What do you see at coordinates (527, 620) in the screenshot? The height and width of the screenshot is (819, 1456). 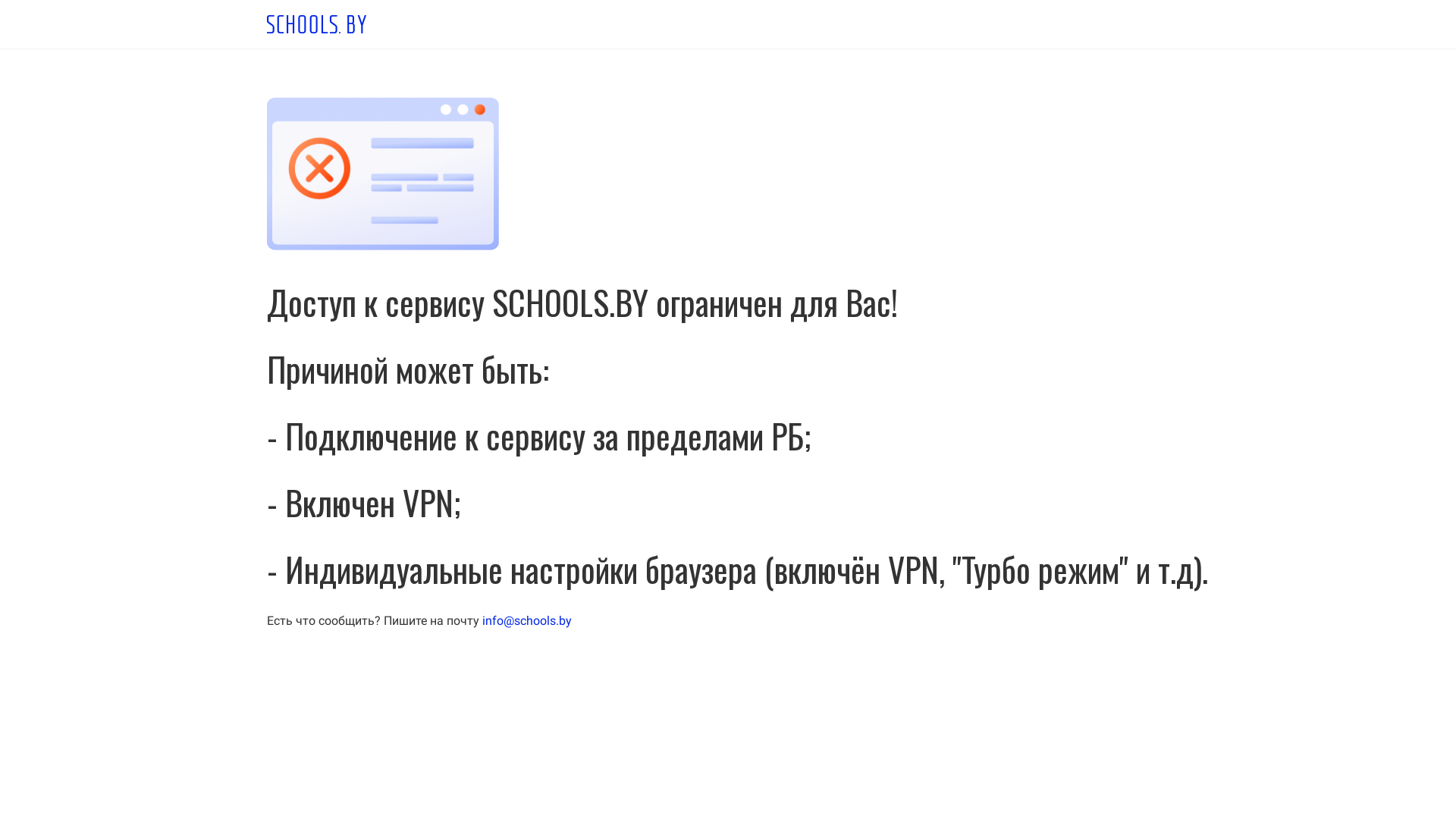 I see `'info@schools.by'` at bounding box center [527, 620].